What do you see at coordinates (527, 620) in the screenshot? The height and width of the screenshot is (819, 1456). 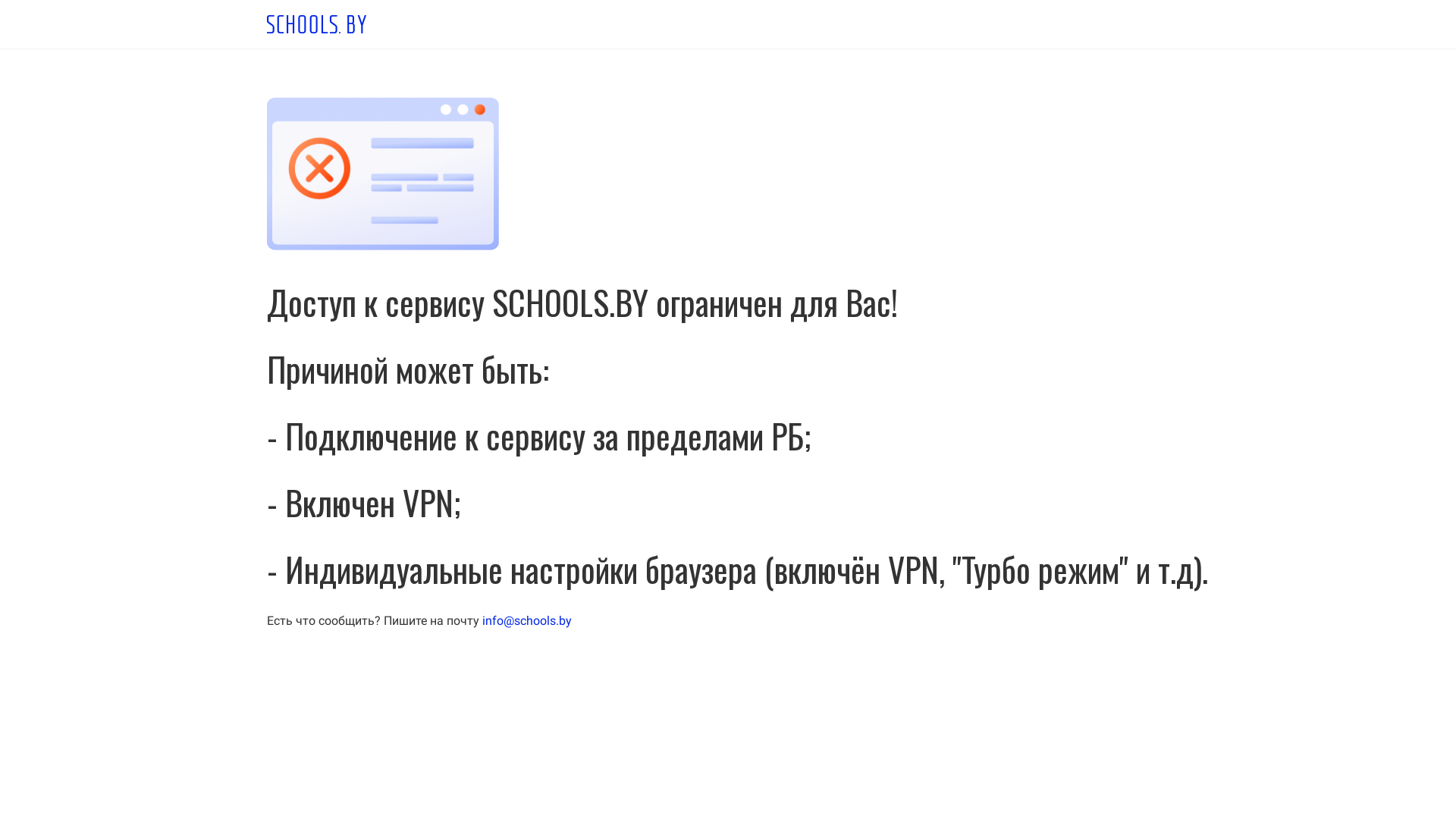 I see `'info@schools.by'` at bounding box center [527, 620].